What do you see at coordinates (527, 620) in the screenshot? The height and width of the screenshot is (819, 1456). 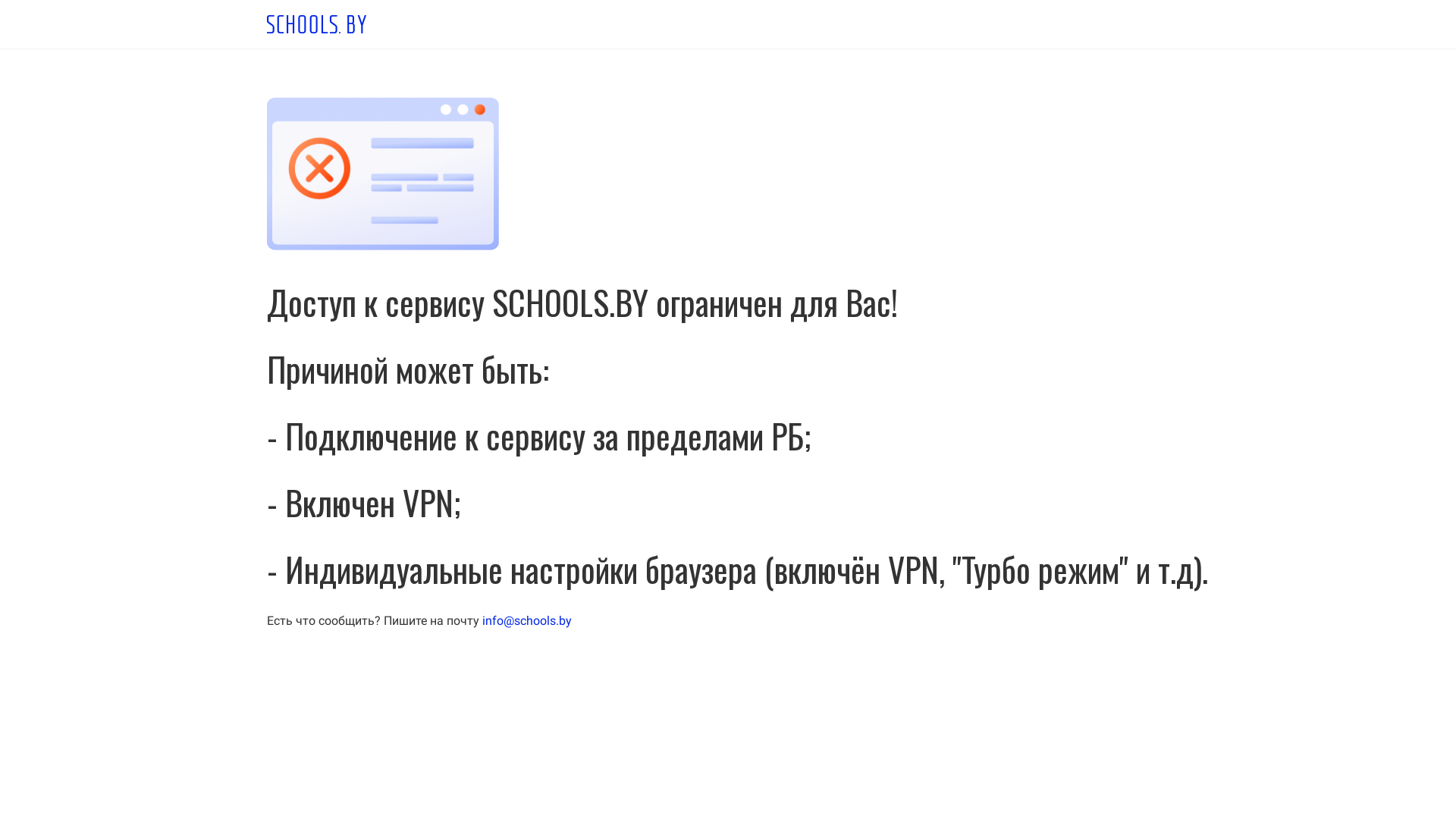 I see `'info@schools.by'` at bounding box center [527, 620].